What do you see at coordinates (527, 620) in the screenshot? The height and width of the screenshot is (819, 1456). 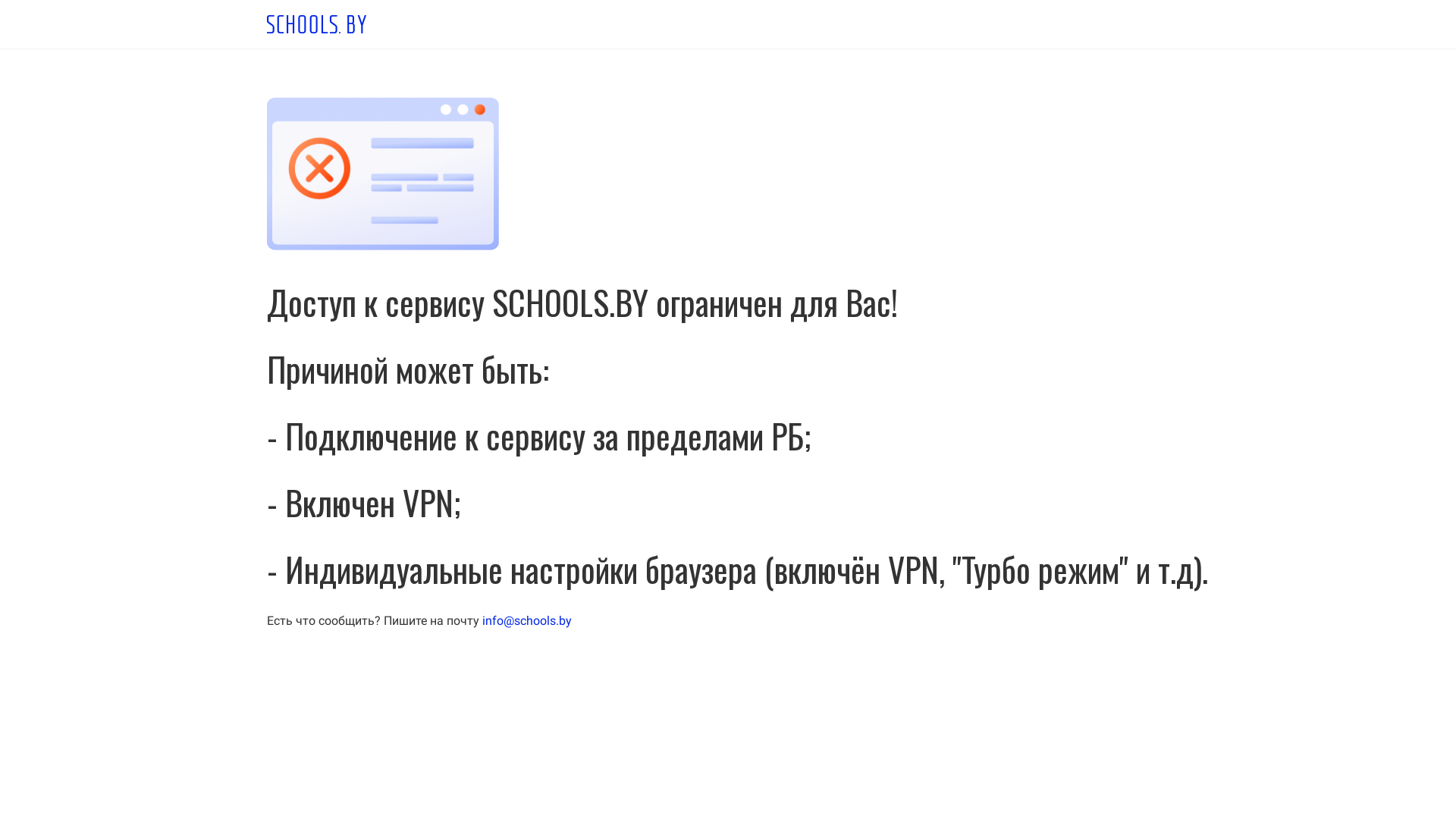 I see `'info@schools.by'` at bounding box center [527, 620].